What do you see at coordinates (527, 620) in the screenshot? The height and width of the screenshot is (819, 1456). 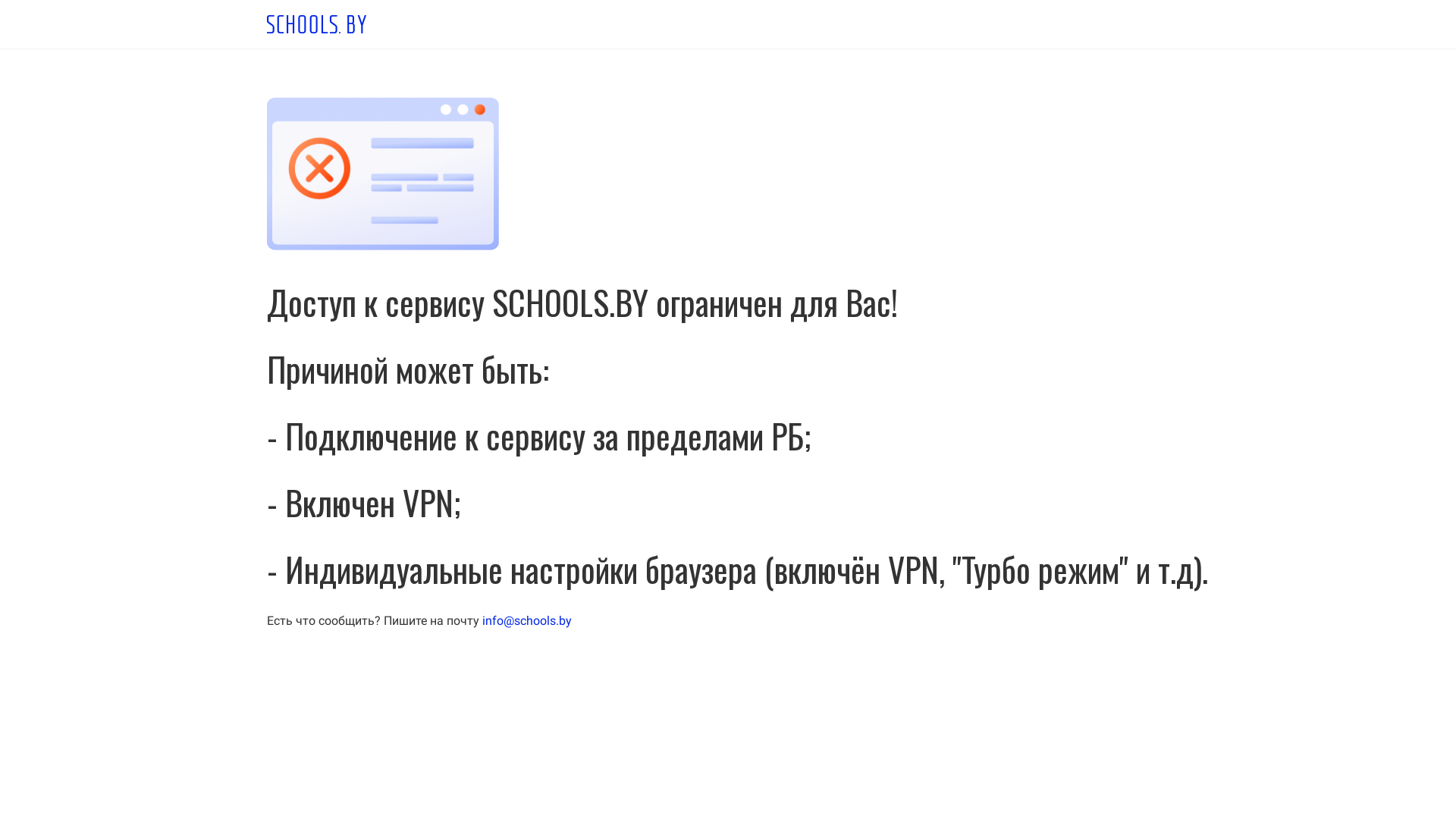 I see `'info@schools.by'` at bounding box center [527, 620].